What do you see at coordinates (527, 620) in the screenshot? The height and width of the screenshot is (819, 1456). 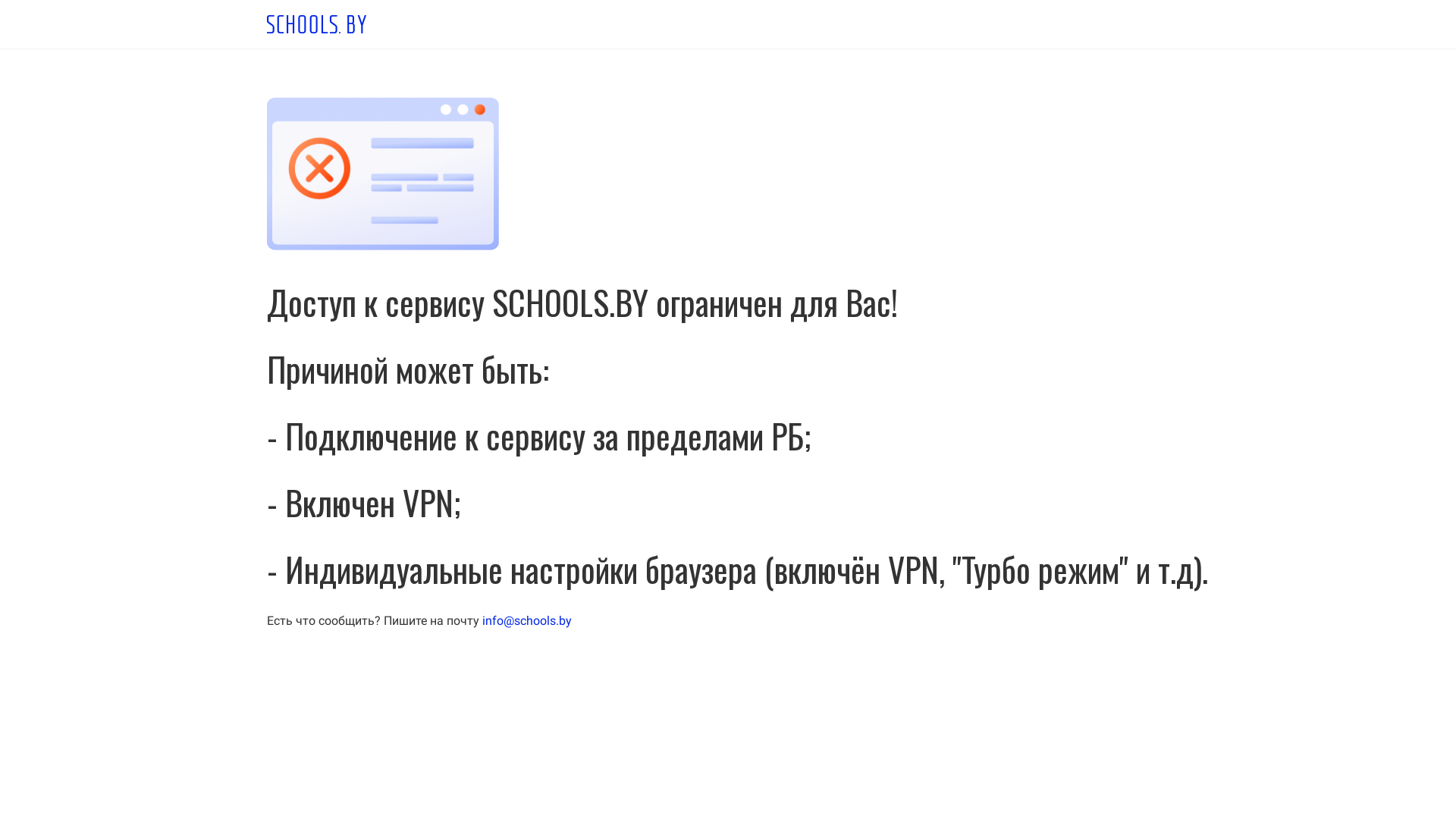 I see `'info@schools.by'` at bounding box center [527, 620].